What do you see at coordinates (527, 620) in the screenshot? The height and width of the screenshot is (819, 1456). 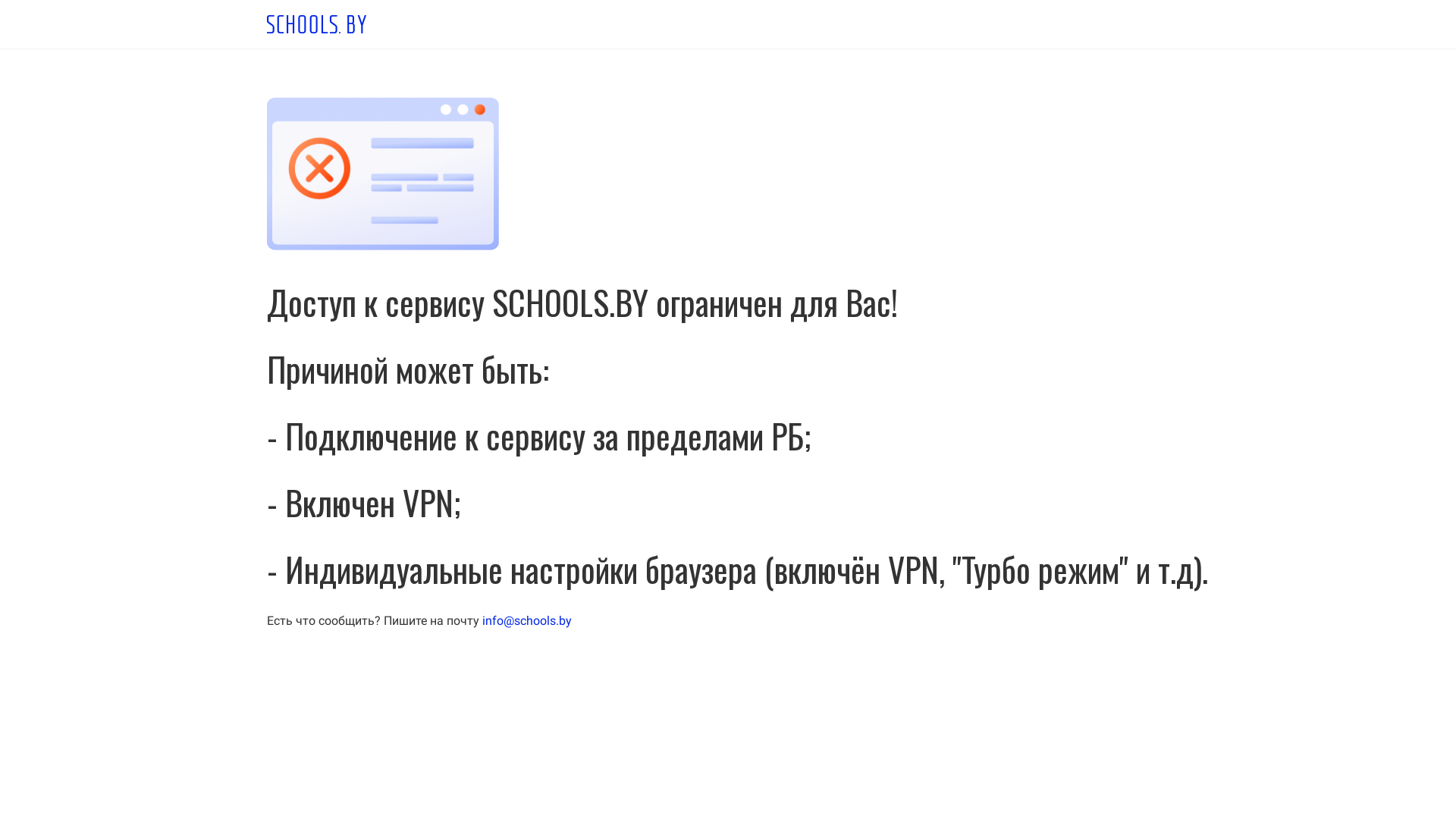 I see `'info@schools.by'` at bounding box center [527, 620].